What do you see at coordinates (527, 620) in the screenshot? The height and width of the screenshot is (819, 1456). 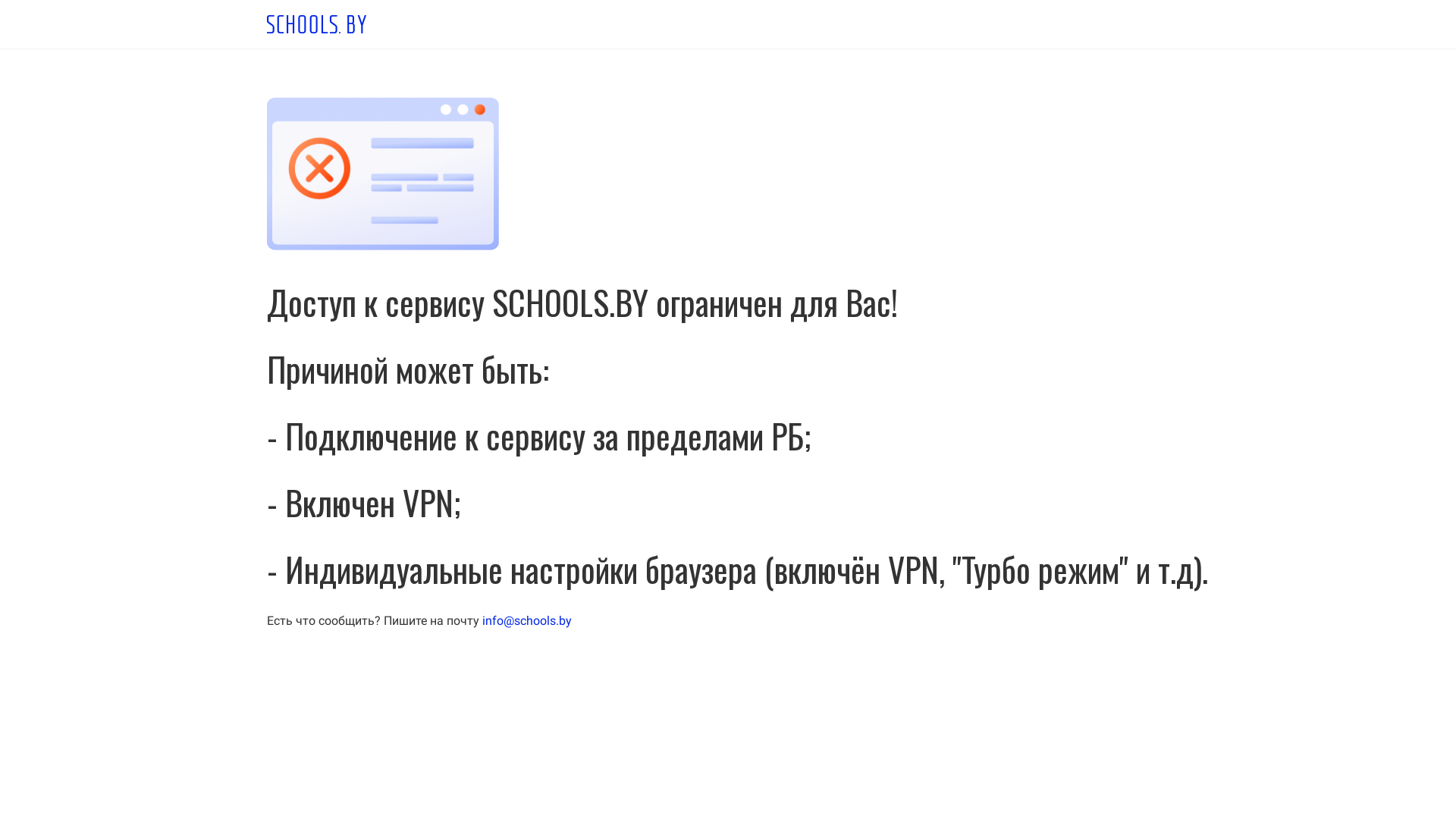 I see `'info@schools.by'` at bounding box center [527, 620].